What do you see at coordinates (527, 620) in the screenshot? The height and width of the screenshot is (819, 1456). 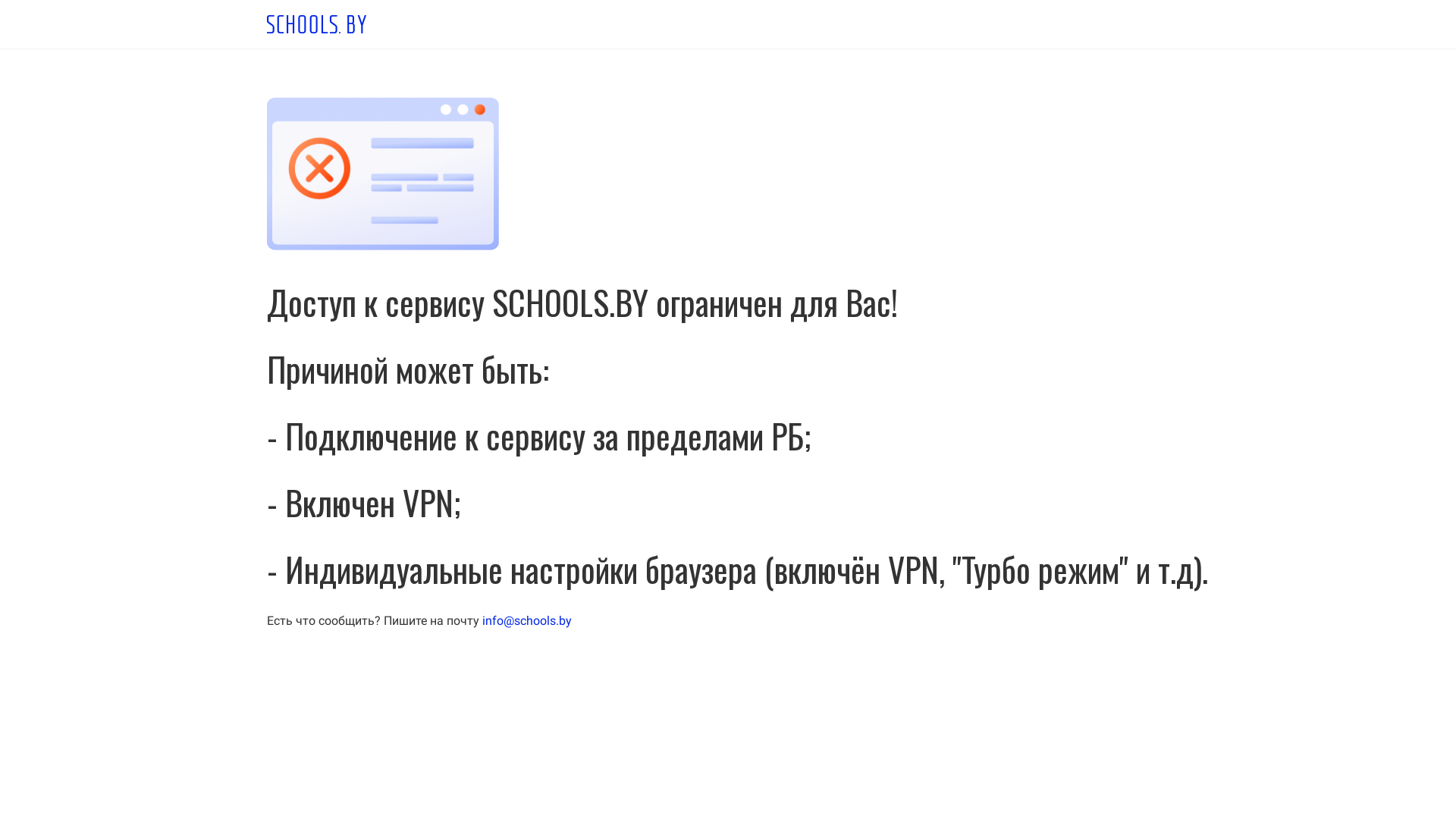 I see `'info@schools.by'` at bounding box center [527, 620].